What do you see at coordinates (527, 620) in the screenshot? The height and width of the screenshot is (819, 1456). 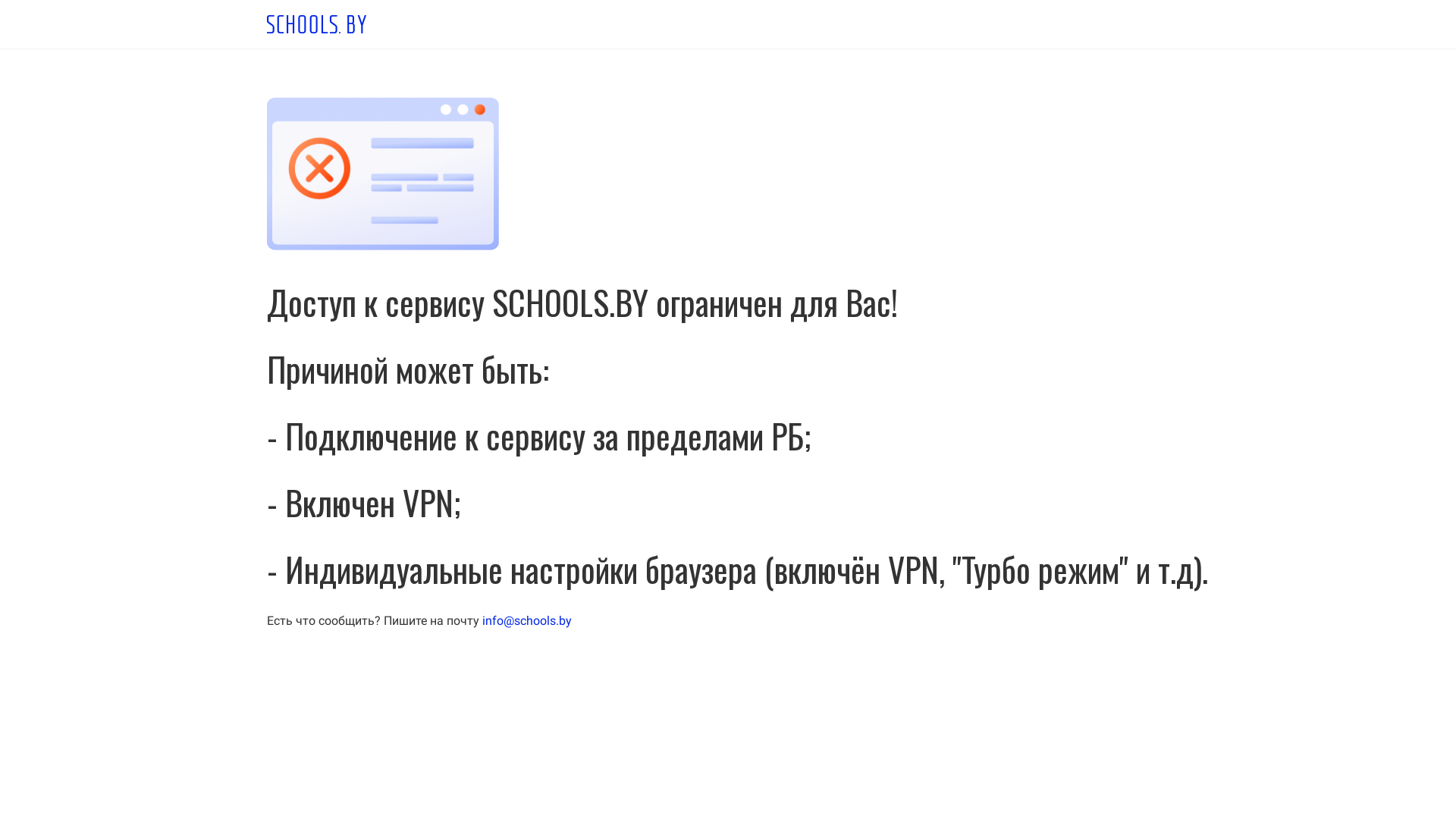 I see `'info@schools.by'` at bounding box center [527, 620].